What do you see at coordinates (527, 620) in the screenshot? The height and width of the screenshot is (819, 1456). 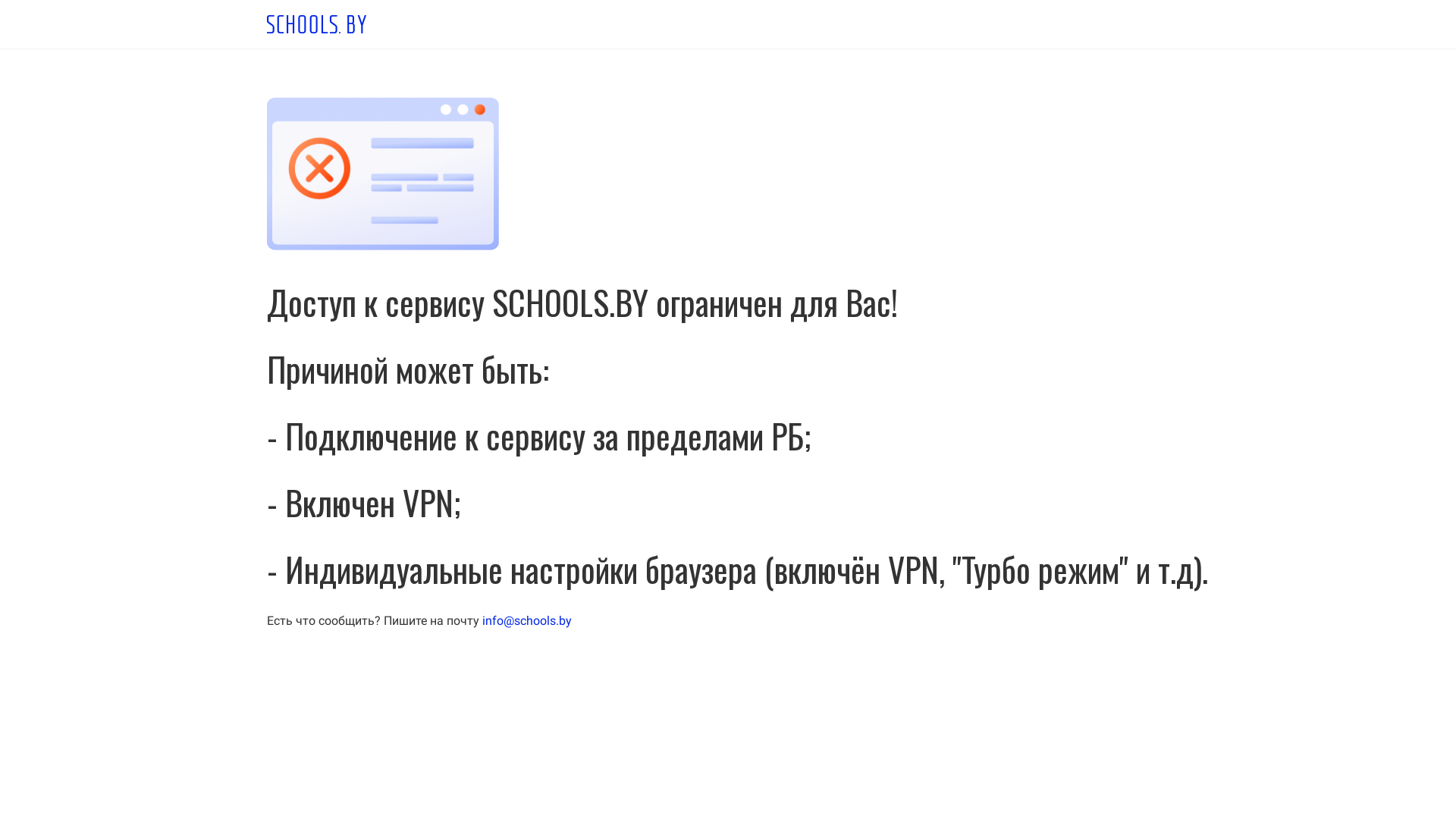 I see `'info@schools.by'` at bounding box center [527, 620].